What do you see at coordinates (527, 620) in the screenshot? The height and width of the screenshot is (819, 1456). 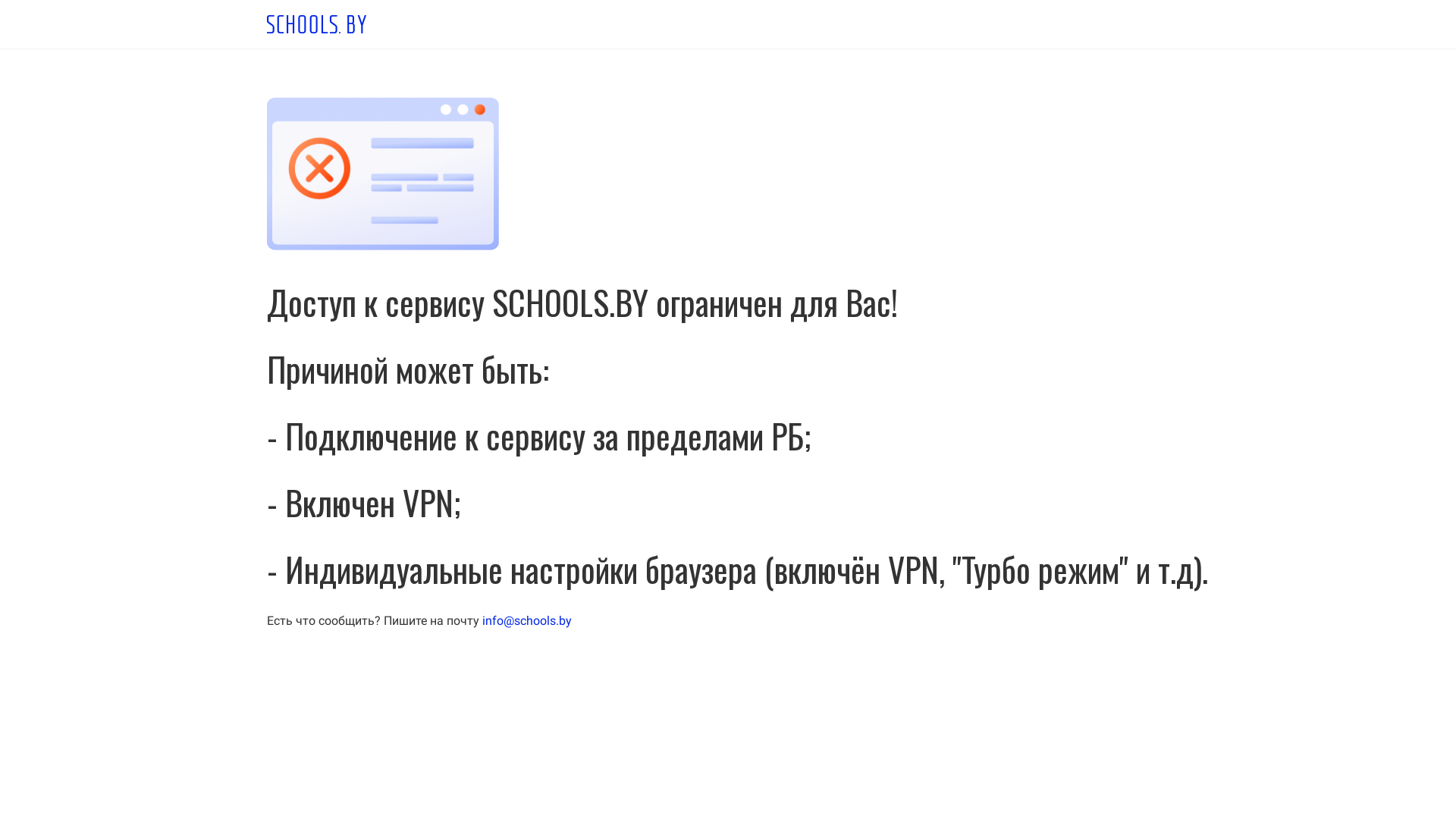 I see `'info@schools.by'` at bounding box center [527, 620].